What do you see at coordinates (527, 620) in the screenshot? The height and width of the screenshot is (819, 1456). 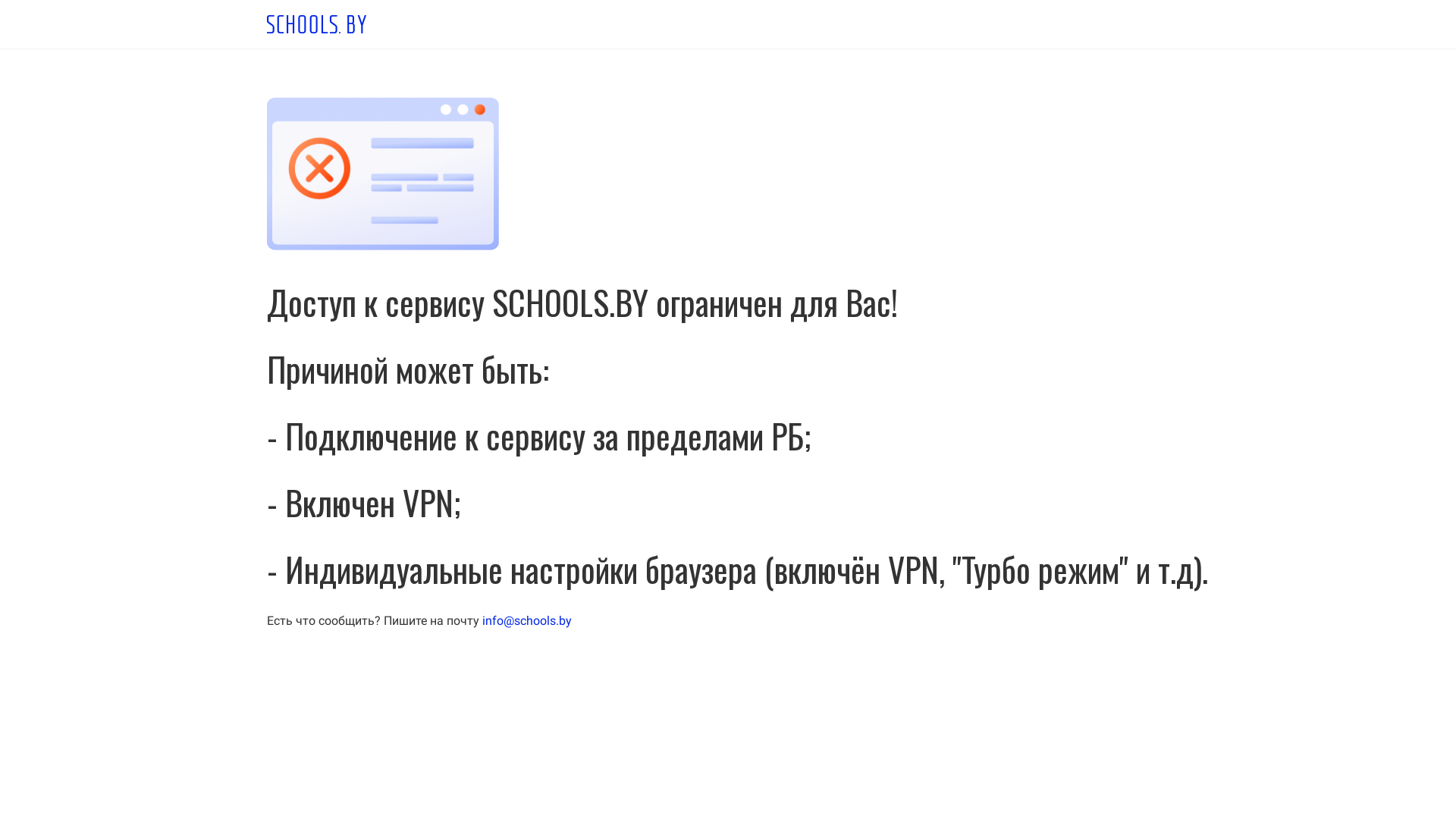 I see `'info@schools.by'` at bounding box center [527, 620].